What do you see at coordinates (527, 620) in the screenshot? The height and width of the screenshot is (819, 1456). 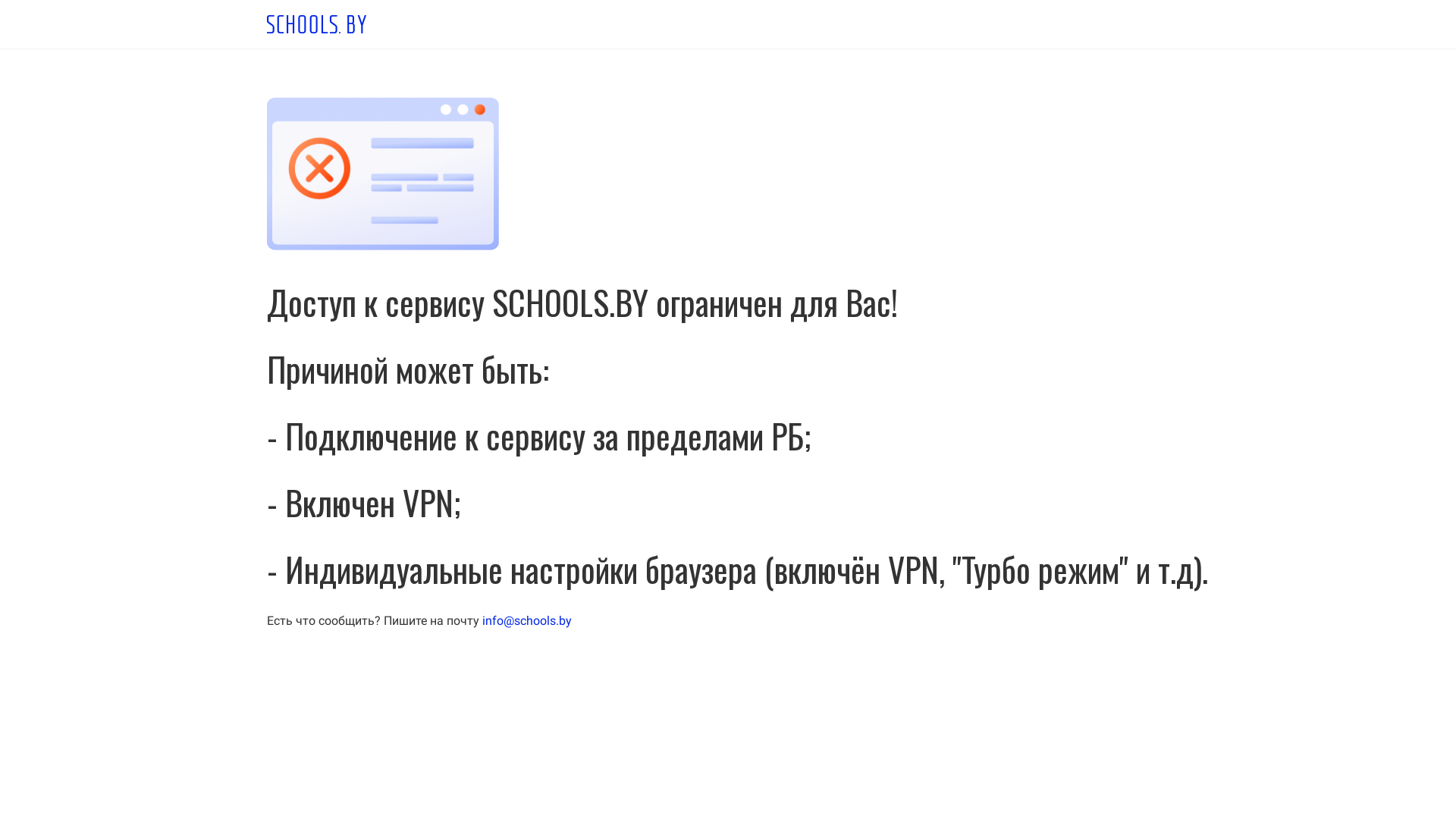 I see `'info@schools.by'` at bounding box center [527, 620].